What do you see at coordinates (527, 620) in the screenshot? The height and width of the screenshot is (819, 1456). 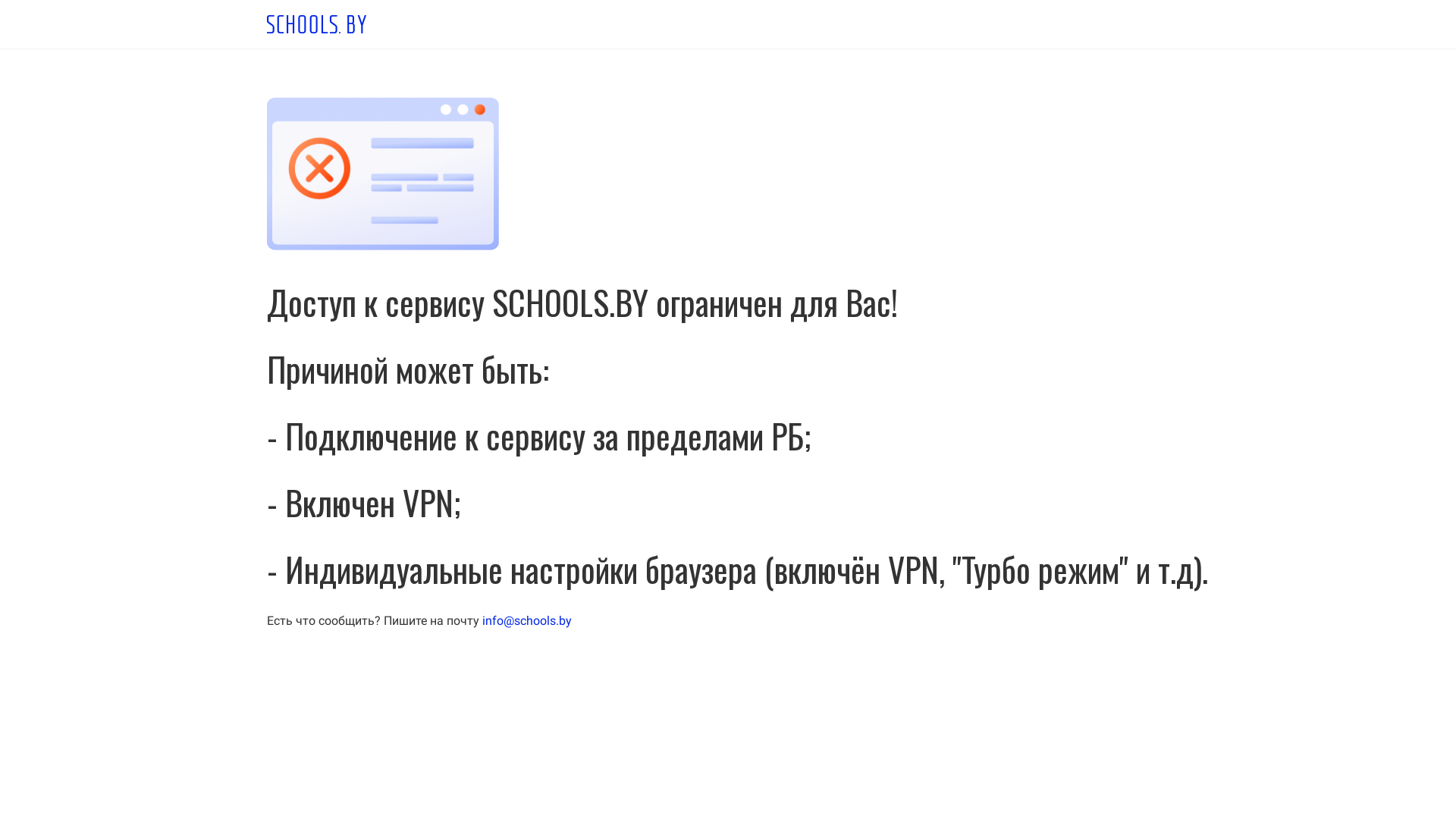 I see `'info@schools.by'` at bounding box center [527, 620].